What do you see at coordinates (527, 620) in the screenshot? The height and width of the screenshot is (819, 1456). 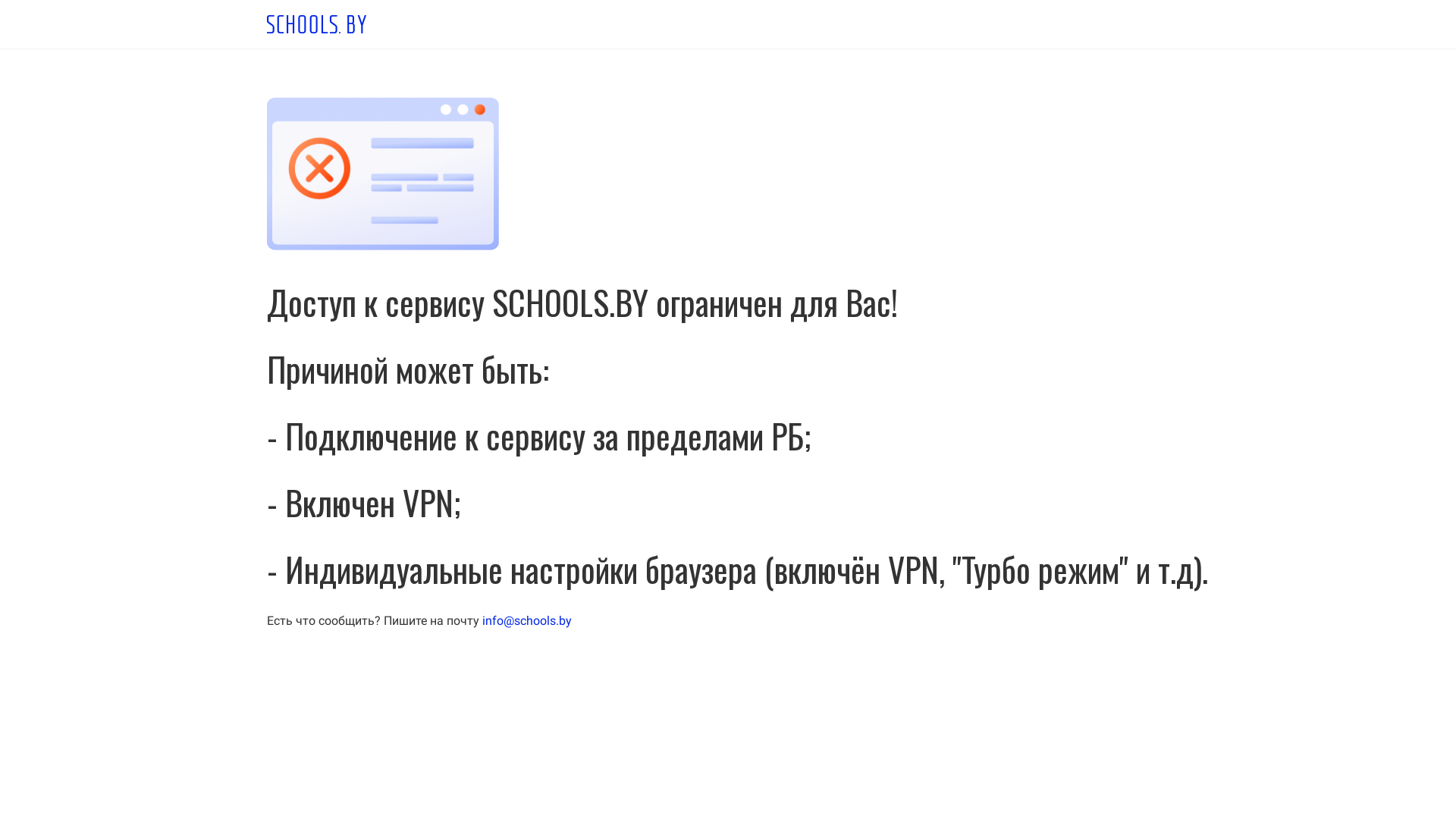 I see `'info@schools.by'` at bounding box center [527, 620].